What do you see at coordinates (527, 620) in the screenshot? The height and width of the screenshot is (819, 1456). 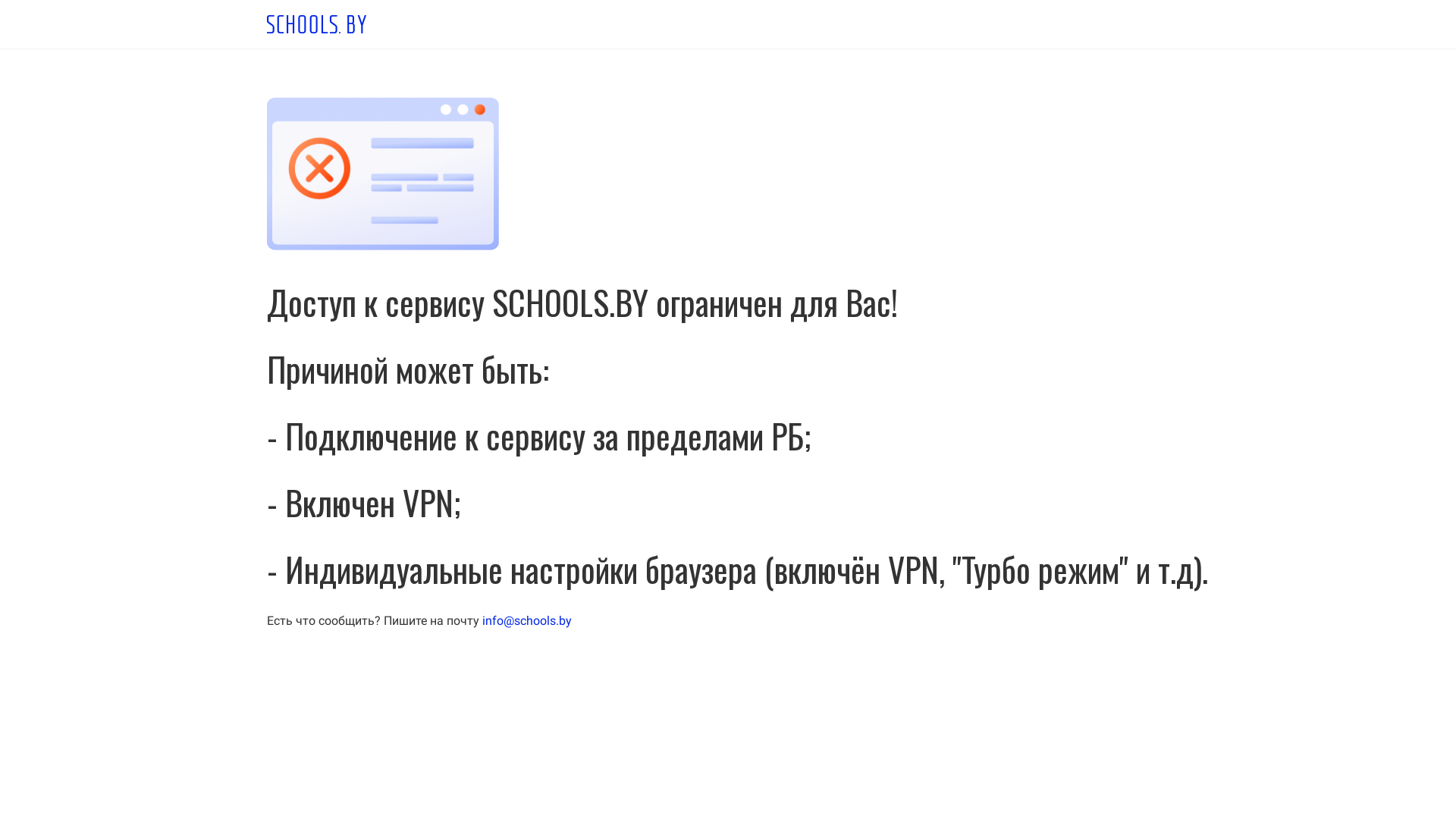 I see `'info@schools.by'` at bounding box center [527, 620].